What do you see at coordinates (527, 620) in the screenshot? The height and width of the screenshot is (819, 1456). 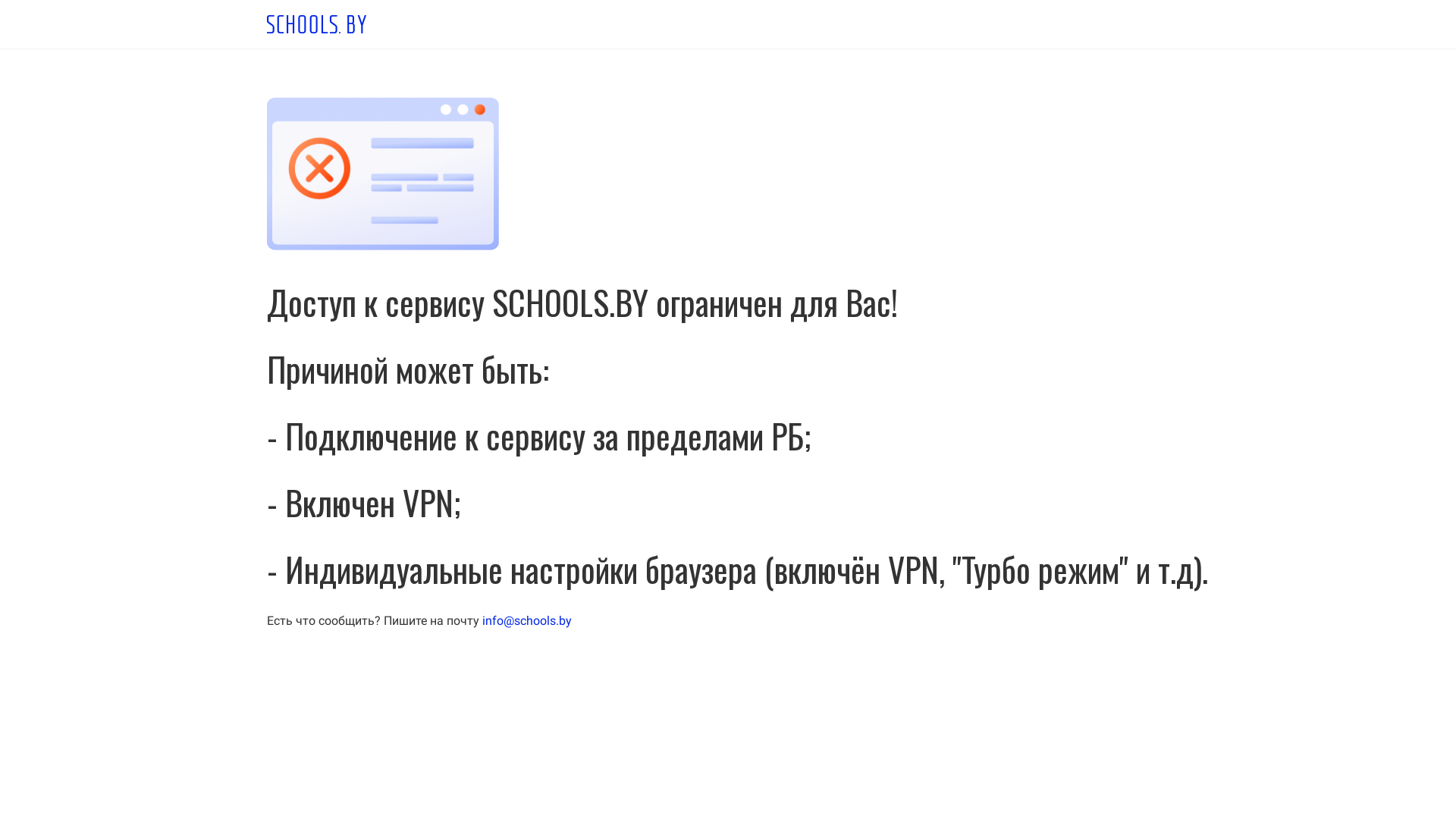 I see `'info@schools.by'` at bounding box center [527, 620].